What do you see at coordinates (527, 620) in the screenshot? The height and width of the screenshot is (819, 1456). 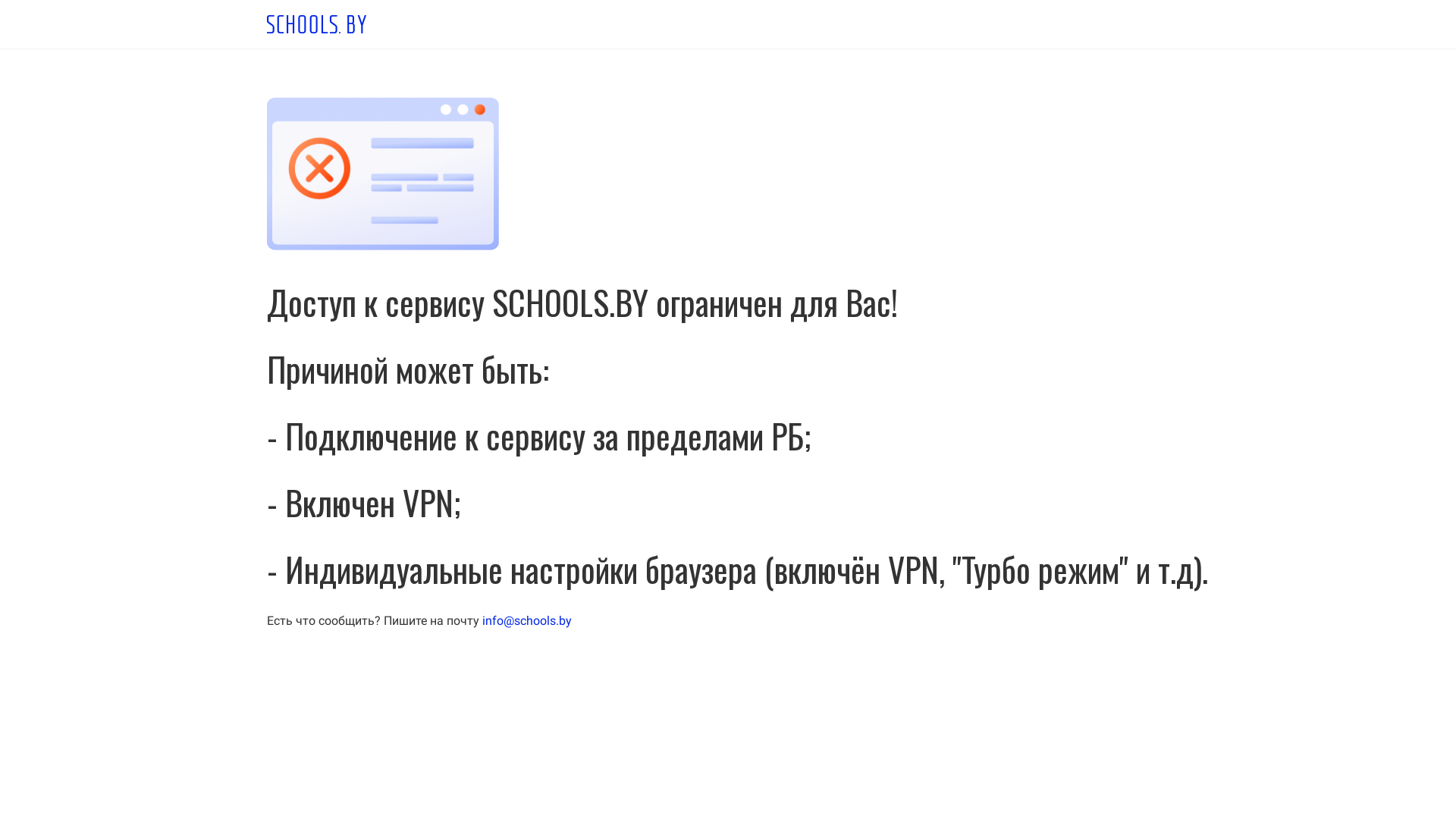 I see `'info@schools.by'` at bounding box center [527, 620].